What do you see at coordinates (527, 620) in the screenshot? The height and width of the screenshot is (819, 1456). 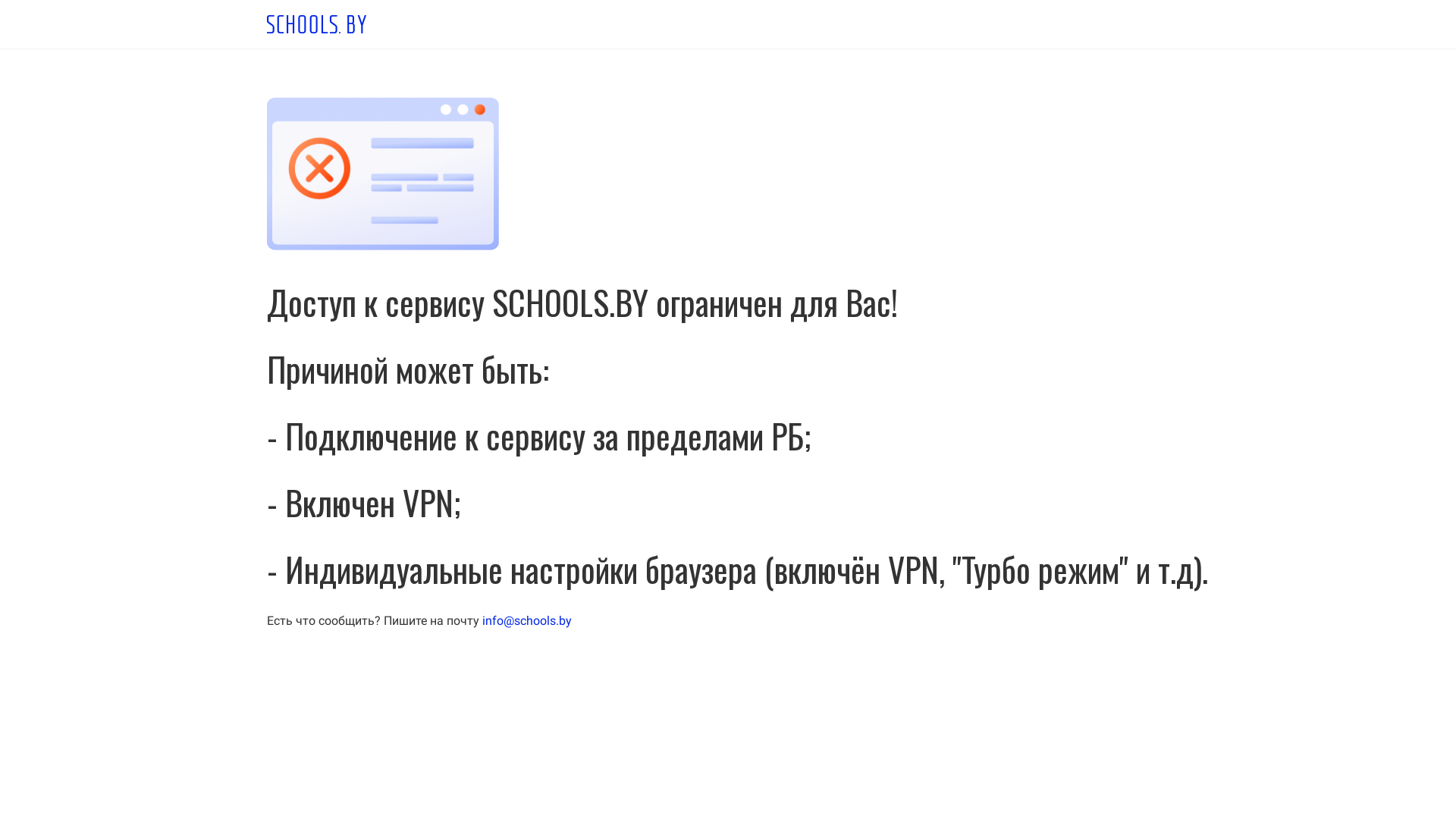 I see `'info@schools.by'` at bounding box center [527, 620].